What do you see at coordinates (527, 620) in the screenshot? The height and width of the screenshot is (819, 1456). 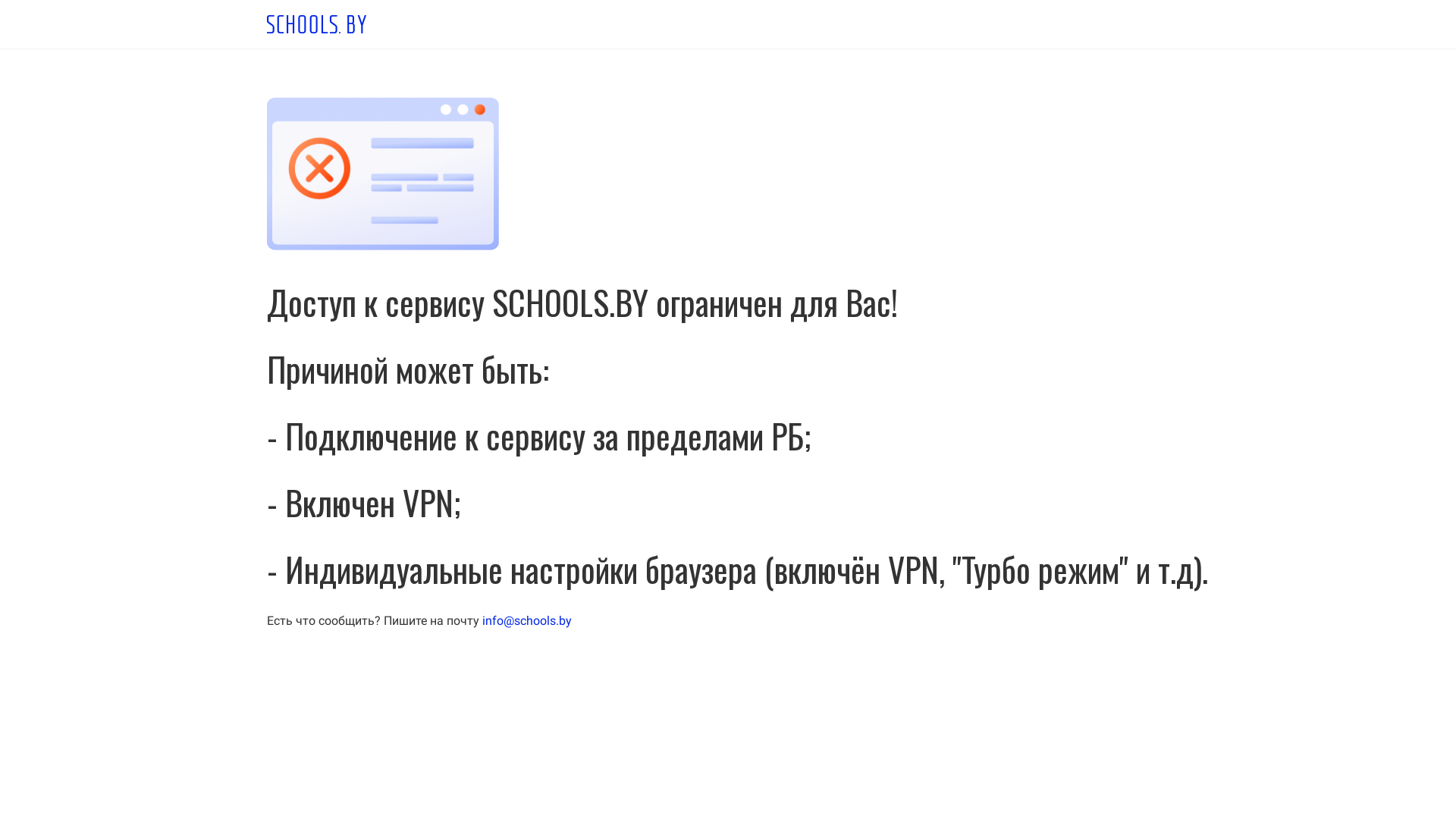 I see `'info@schools.by'` at bounding box center [527, 620].